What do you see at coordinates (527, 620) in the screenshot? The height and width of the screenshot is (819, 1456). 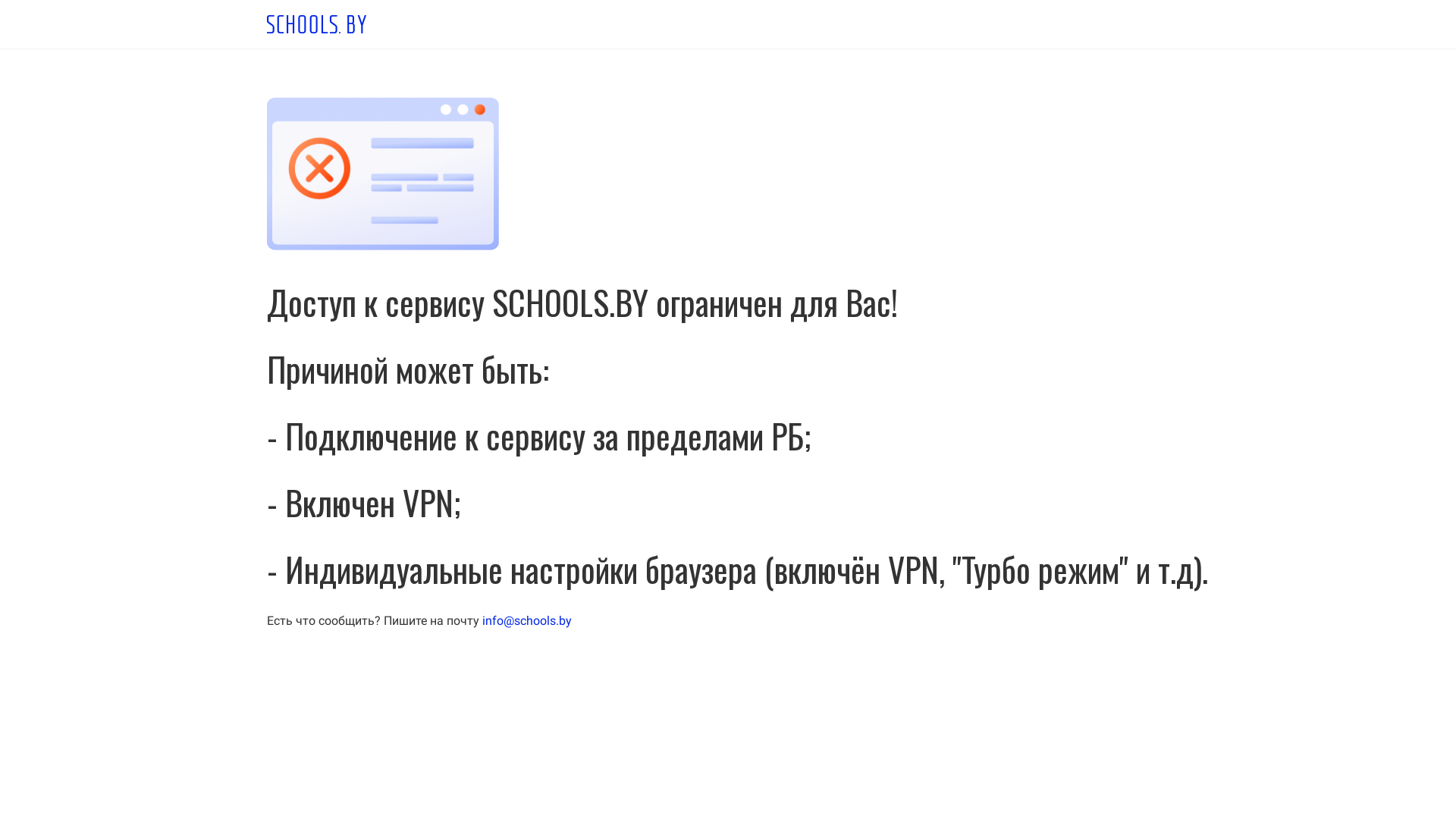 I see `'info@schools.by'` at bounding box center [527, 620].